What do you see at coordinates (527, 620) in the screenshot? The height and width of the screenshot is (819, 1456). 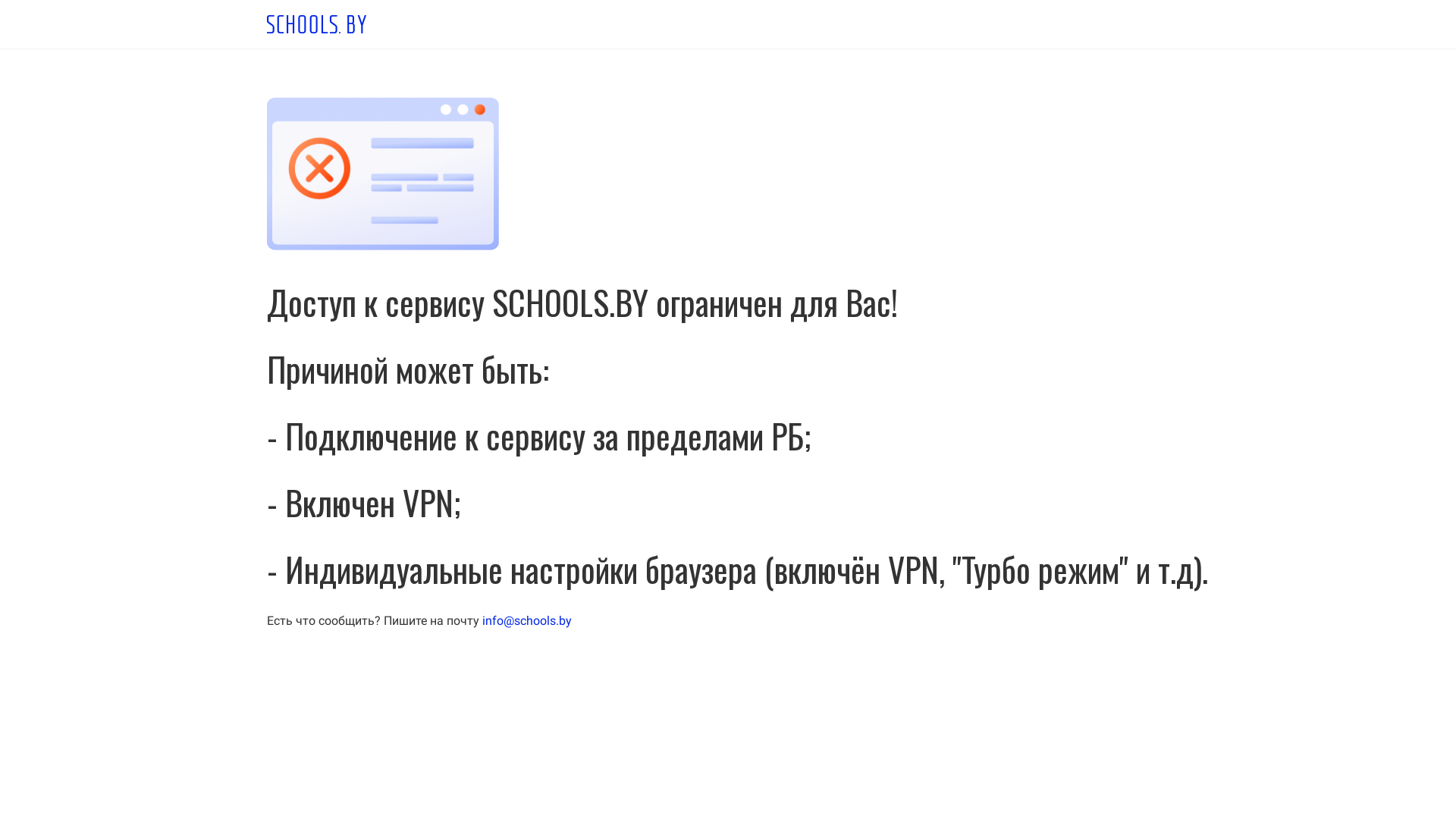 I see `'info@schools.by'` at bounding box center [527, 620].